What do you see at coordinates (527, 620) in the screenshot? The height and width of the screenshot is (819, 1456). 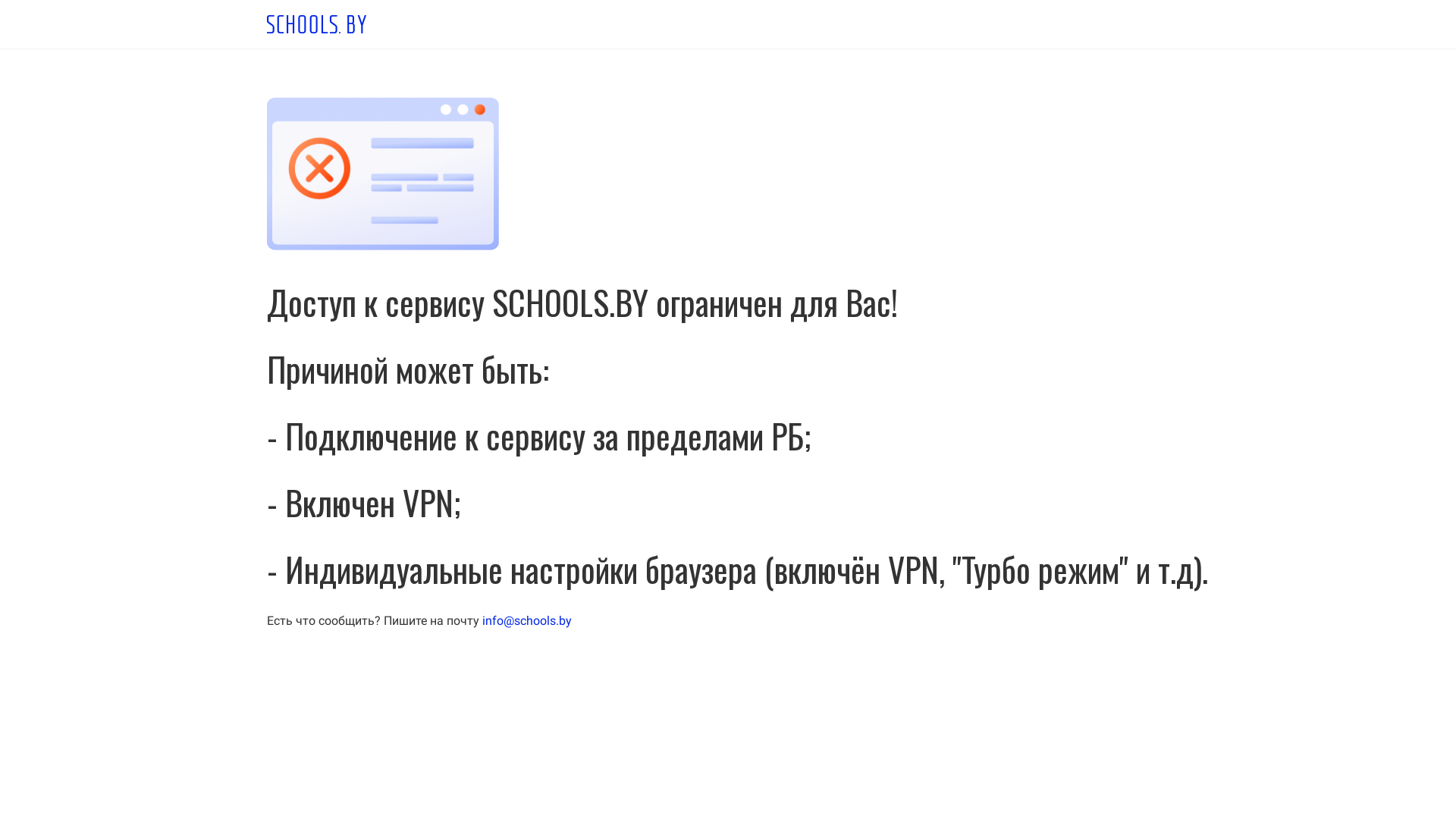 I see `'info@schools.by'` at bounding box center [527, 620].